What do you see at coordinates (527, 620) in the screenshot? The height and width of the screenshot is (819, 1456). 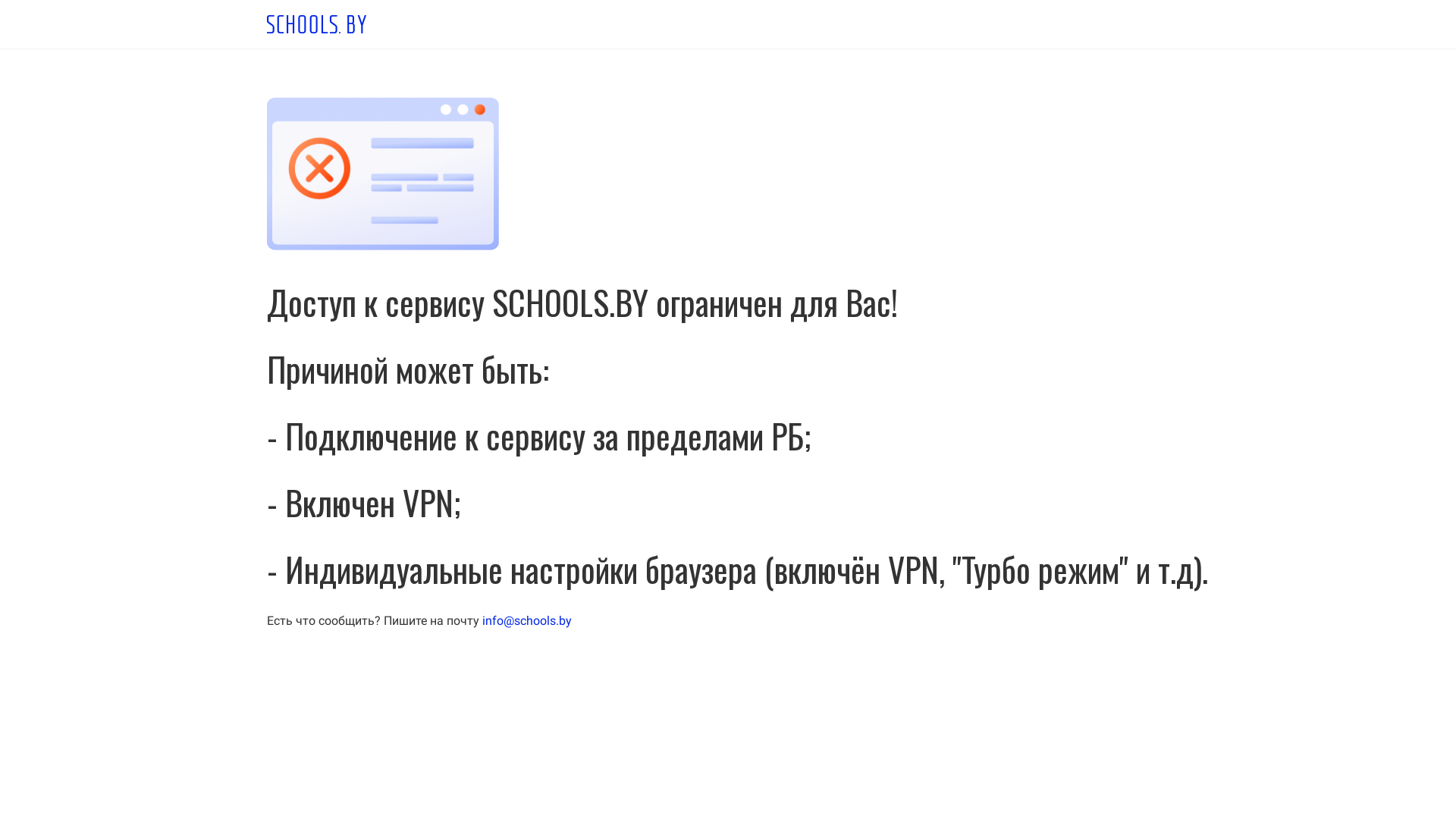 I see `'info@schools.by'` at bounding box center [527, 620].